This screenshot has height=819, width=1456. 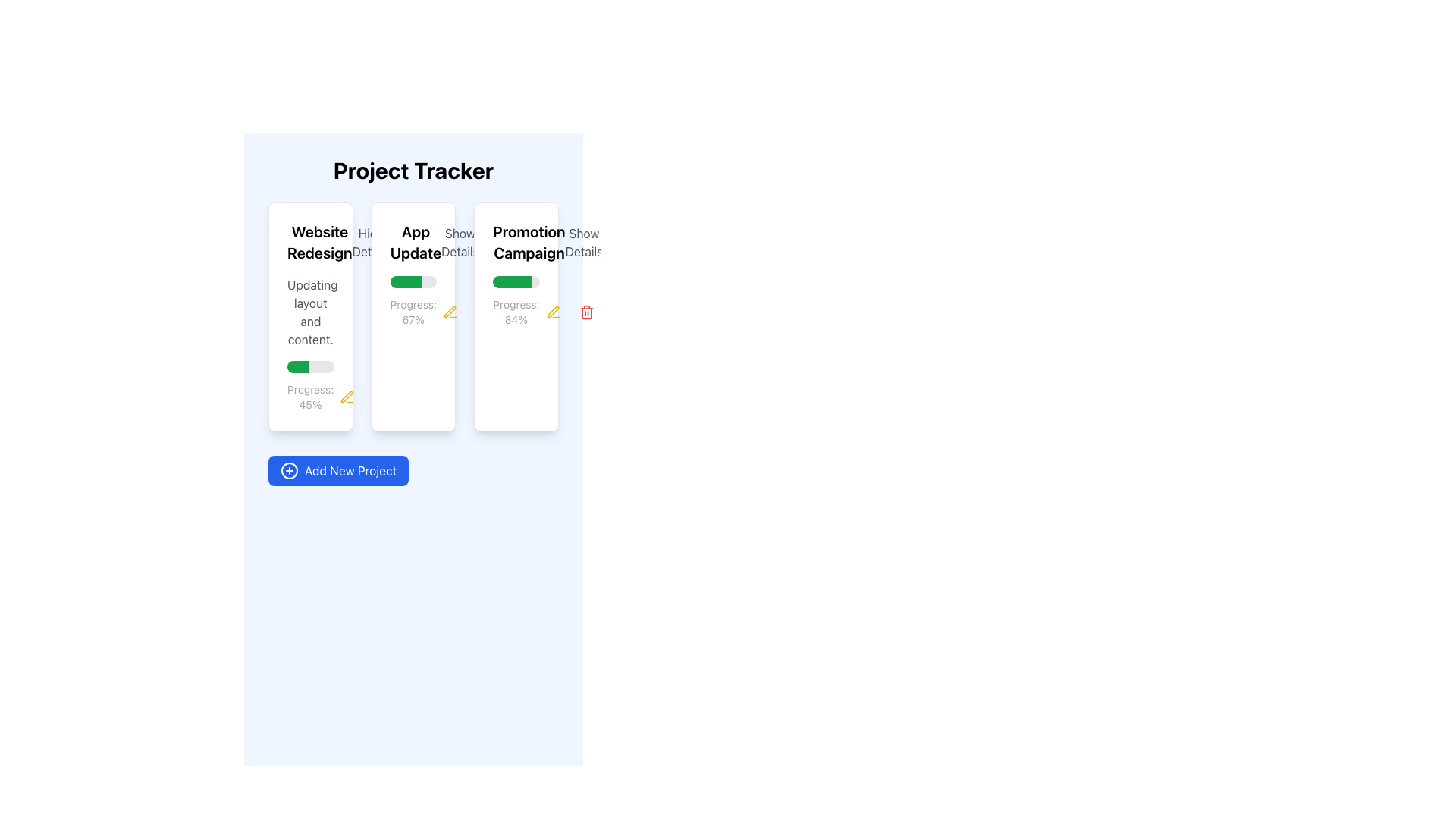 What do you see at coordinates (346, 397) in the screenshot?
I see `the pen icon button with a yellow hue, located in the 'App Update' project card` at bounding box center [346, 397].